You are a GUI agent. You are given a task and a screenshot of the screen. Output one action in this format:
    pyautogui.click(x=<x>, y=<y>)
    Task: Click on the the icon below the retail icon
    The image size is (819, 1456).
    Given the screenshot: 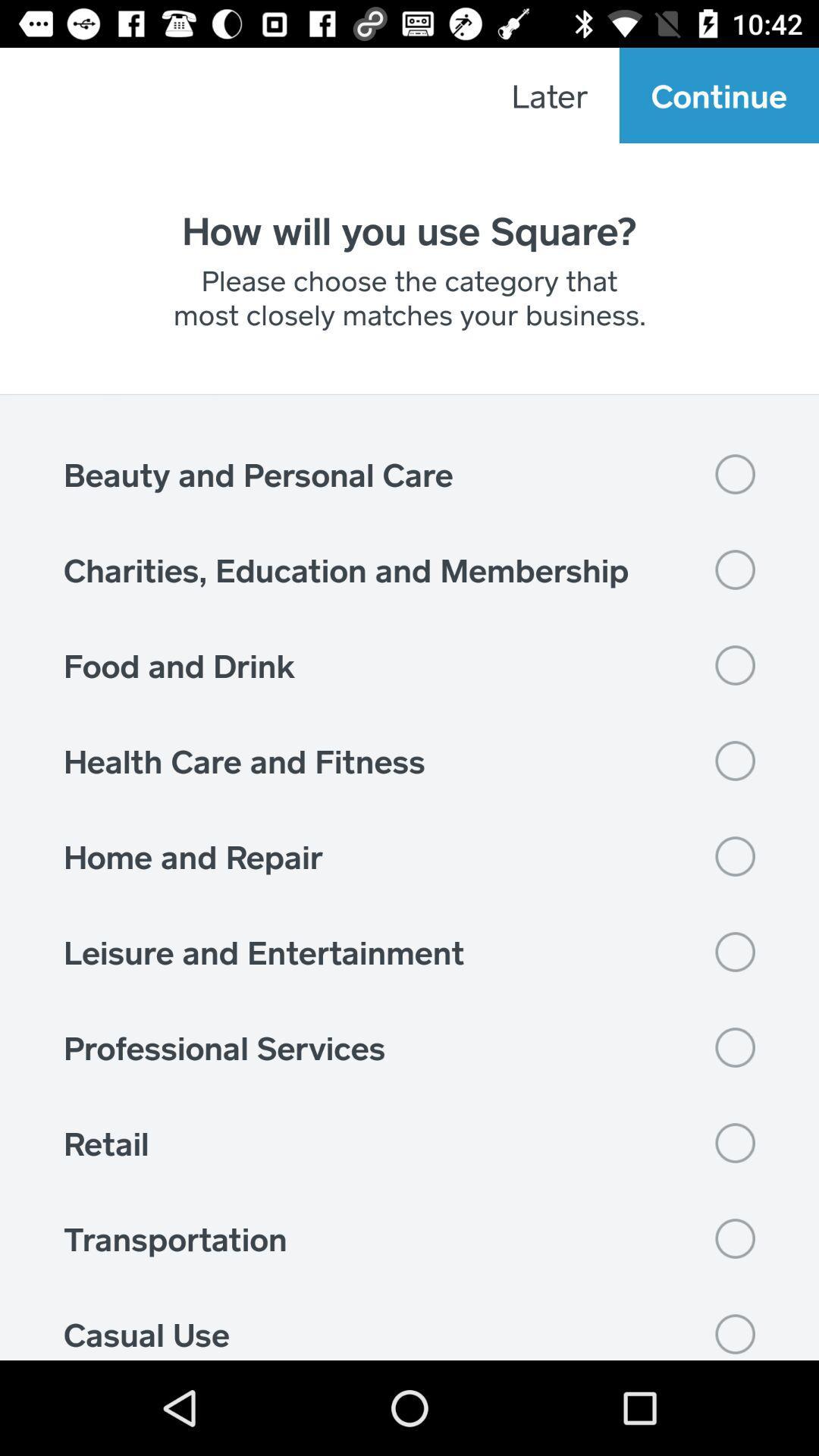 What is the action you would take?
    pyautogui.click(x=409, y=1238)
    